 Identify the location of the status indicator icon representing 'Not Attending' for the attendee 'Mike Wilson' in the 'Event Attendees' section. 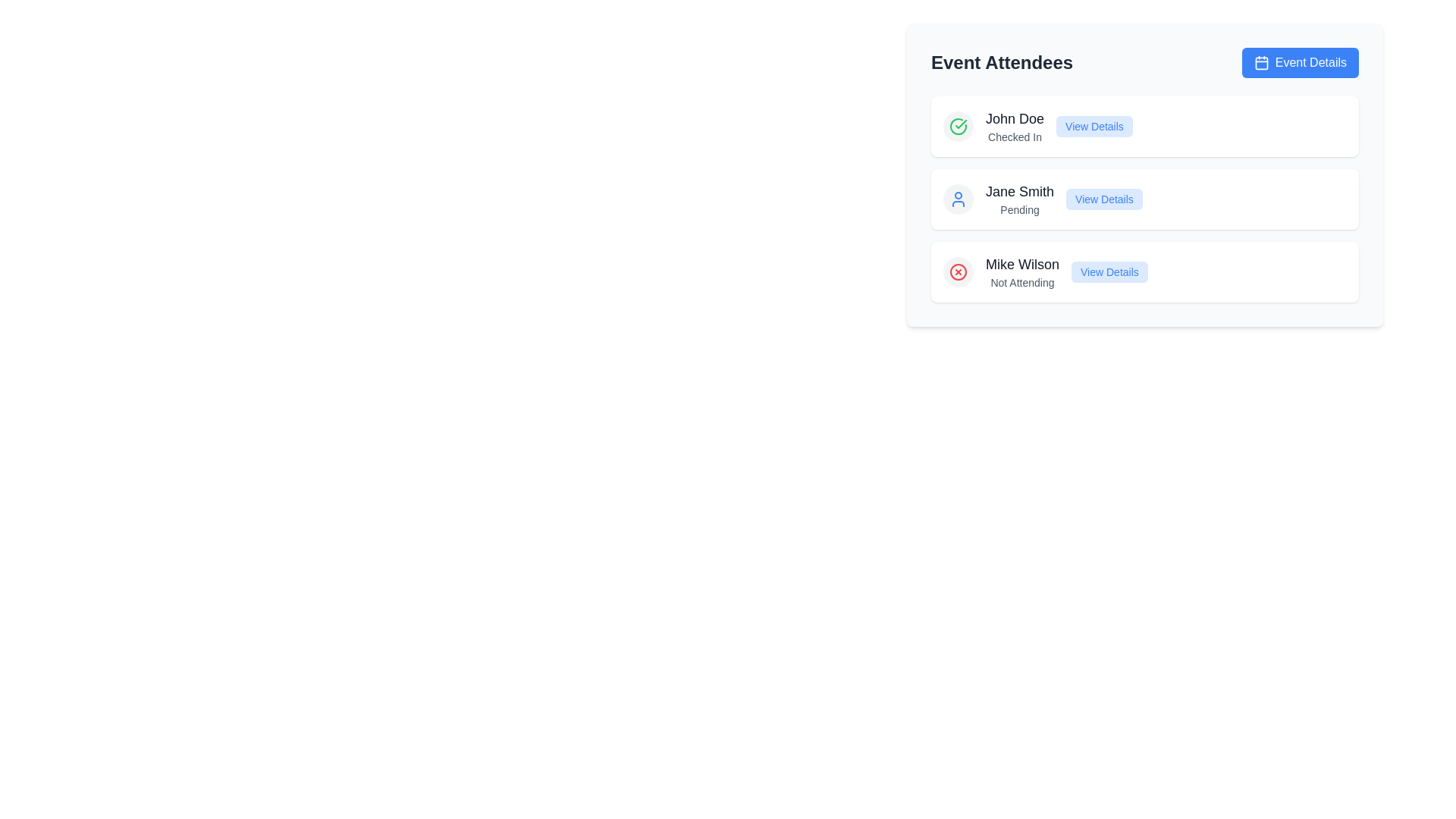
(957, 271).